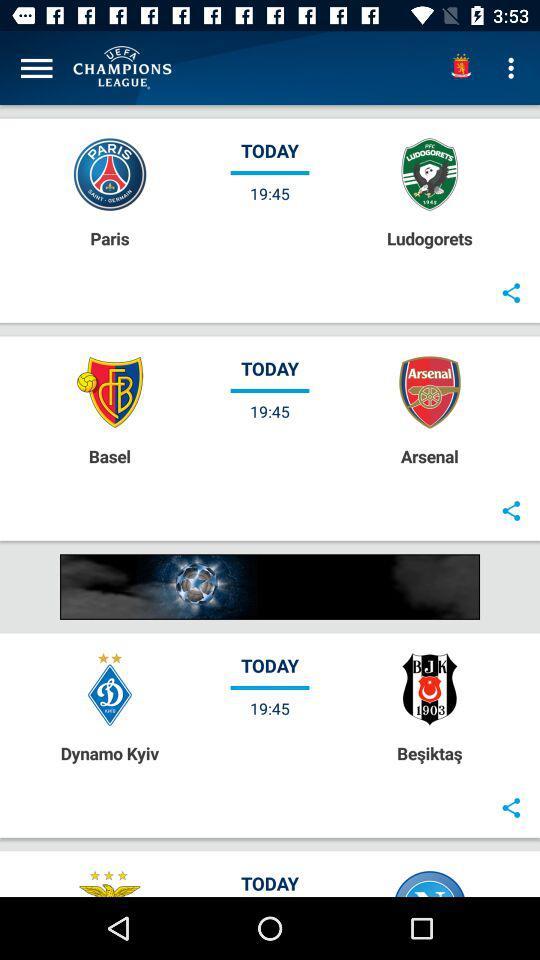  I want to click on open menu list, so click(36, 68).